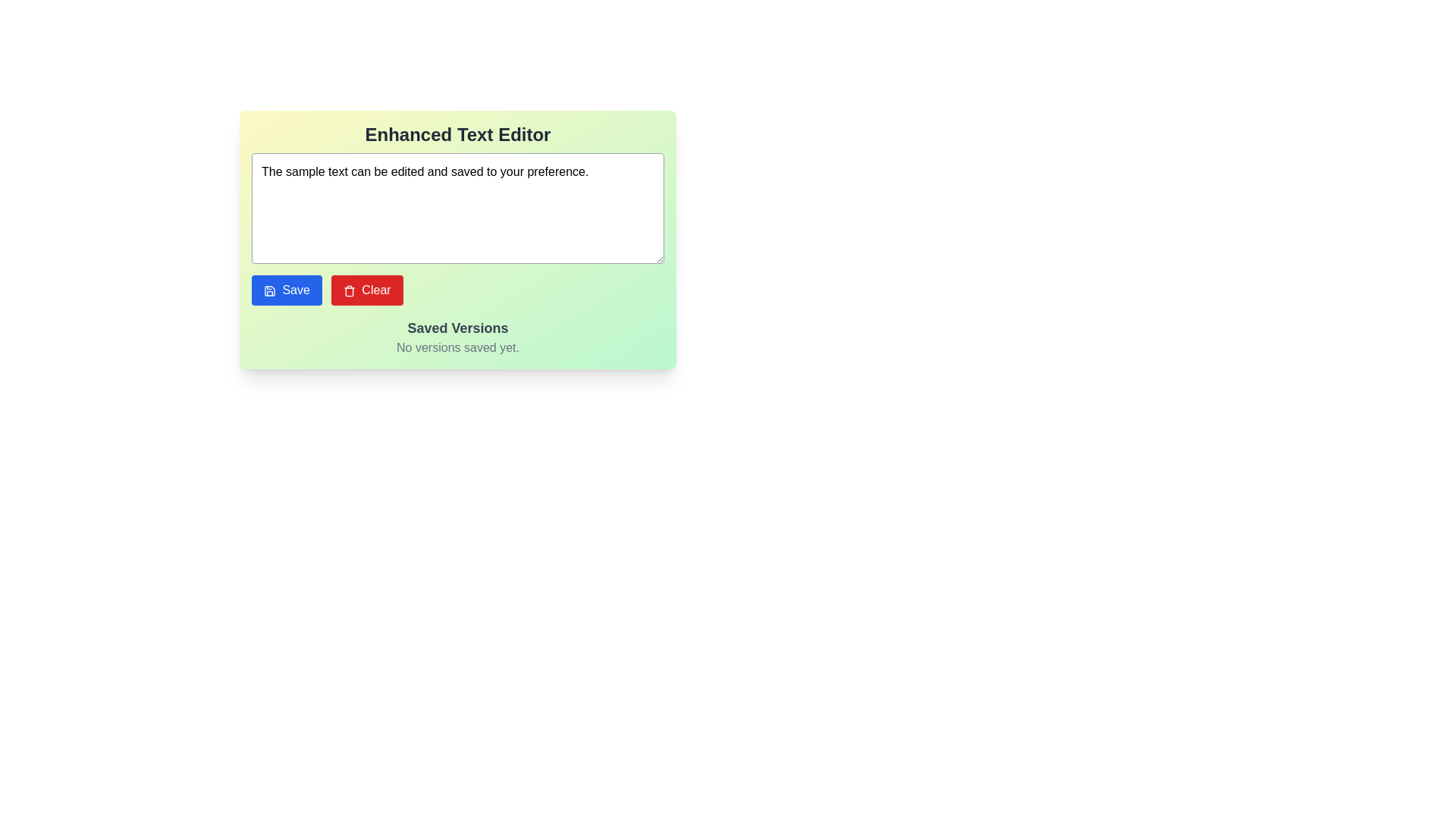  Describe the element at coordinates (367, 290) in the screenshot. I see `the 'Clear' button with a red background and white text, located below the text input area to clear the text input` at that location.